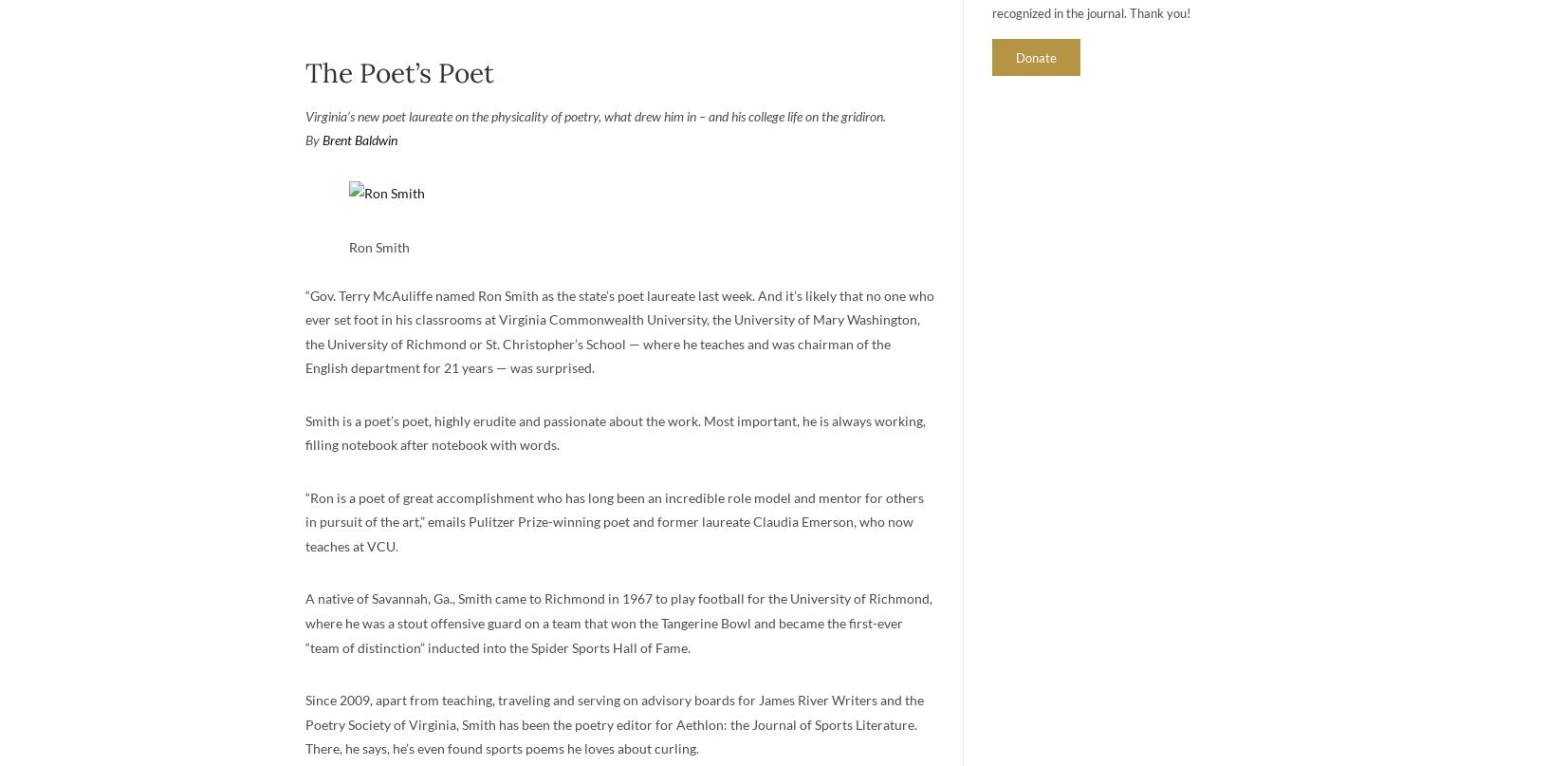 This screenshot has height=766, width=1568. What do you see at coordinates (397, 72) in the screenshot?
I see `'The Poet’s Poet'` at bounding box center [397, 72].